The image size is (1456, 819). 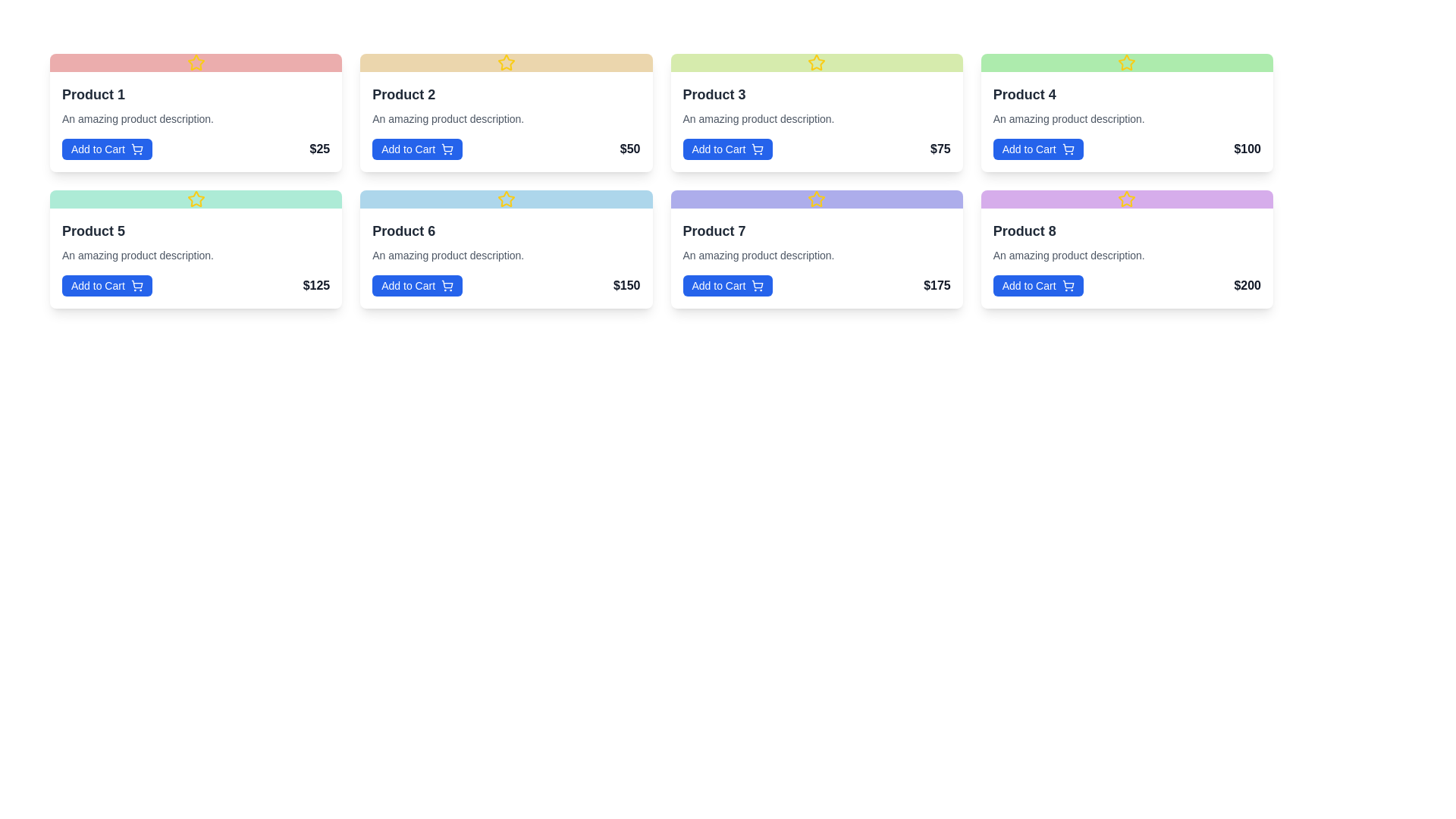 What do you see at coordinates (1127, 198) in the screenshot?
I see `the star icon` at bounding box center [1127, 198].